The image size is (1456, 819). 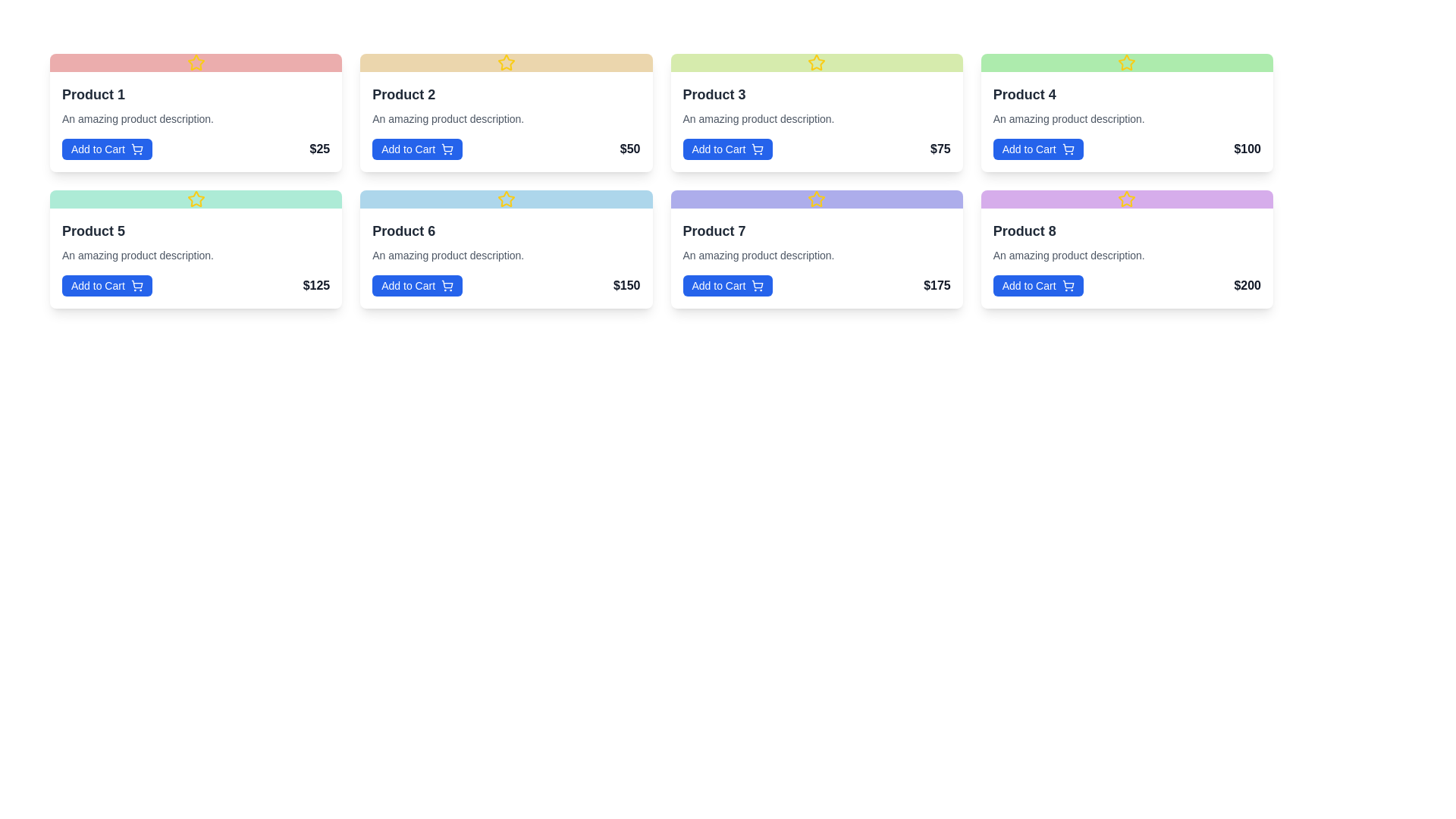 What do you see at coordinates (1127, 198) in the screenshot?
I see `the star icon` at bounding box center [1127, 198].